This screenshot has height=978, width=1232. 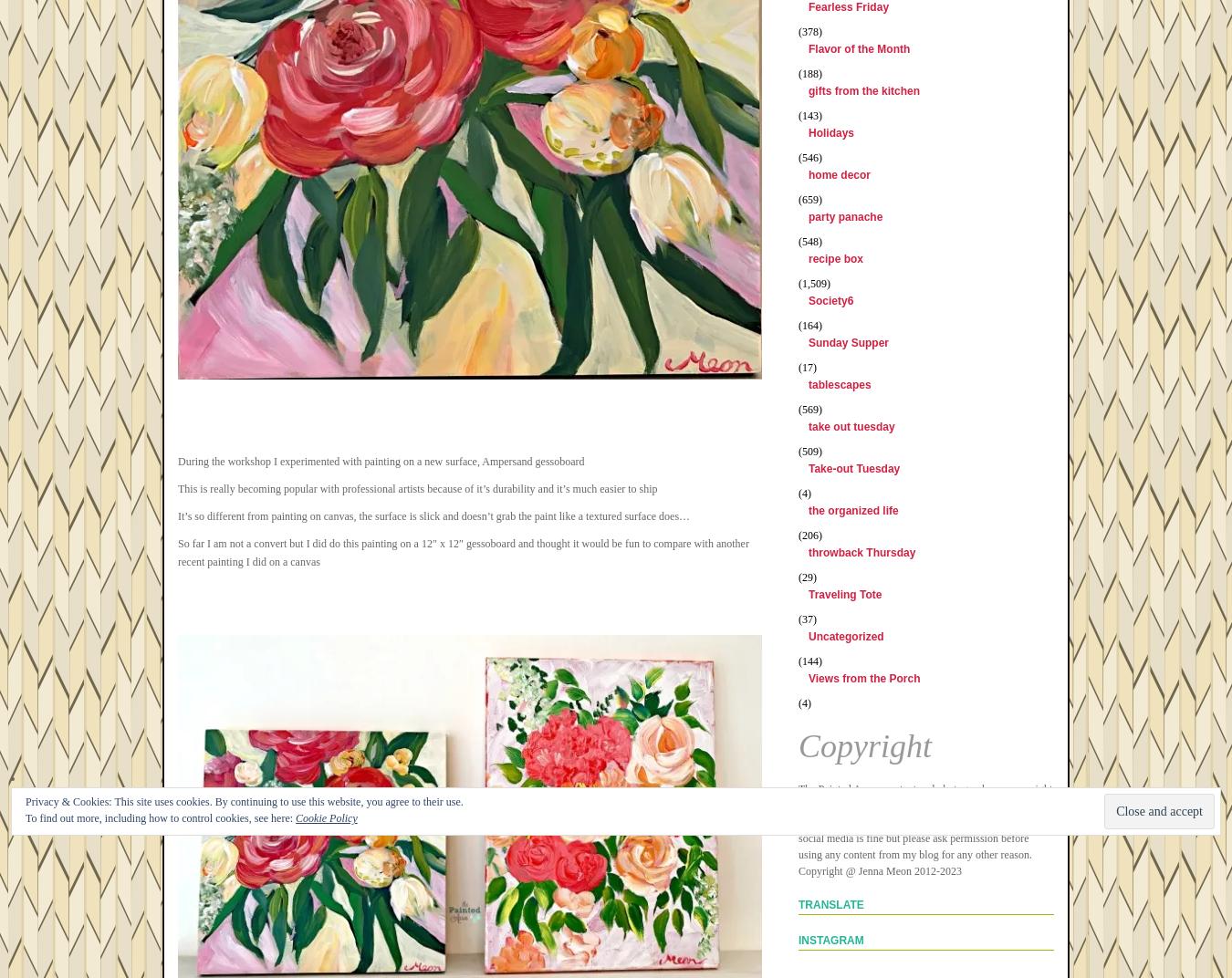 What do you see at coordinates (810, 200) in the screenshot?
I see `'(659)'` at bounding box center [810, 200].